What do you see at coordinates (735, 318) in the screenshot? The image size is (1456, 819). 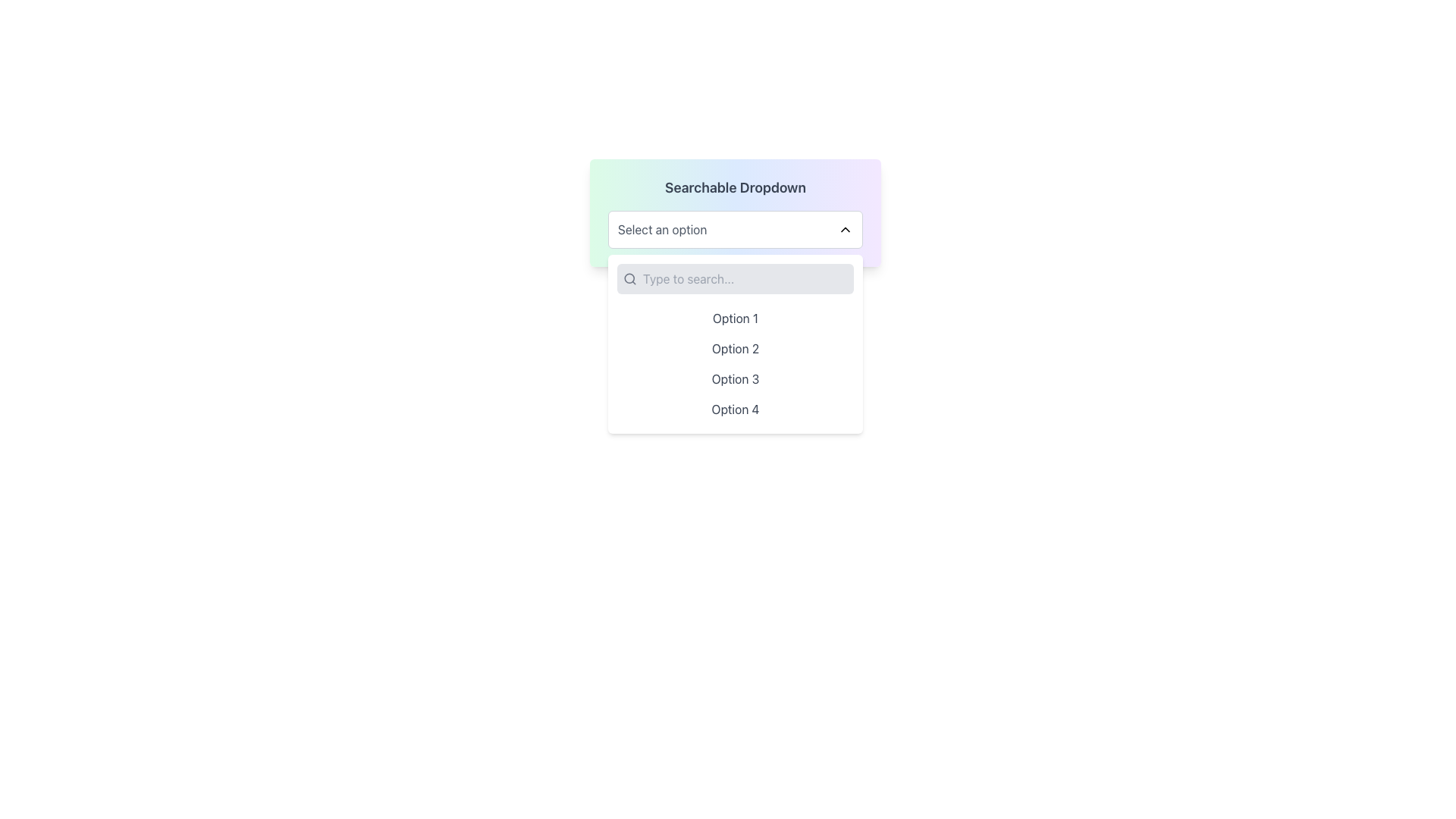 I see `the first selectable option in the dropdown menu` at bounding box center [735, 318].